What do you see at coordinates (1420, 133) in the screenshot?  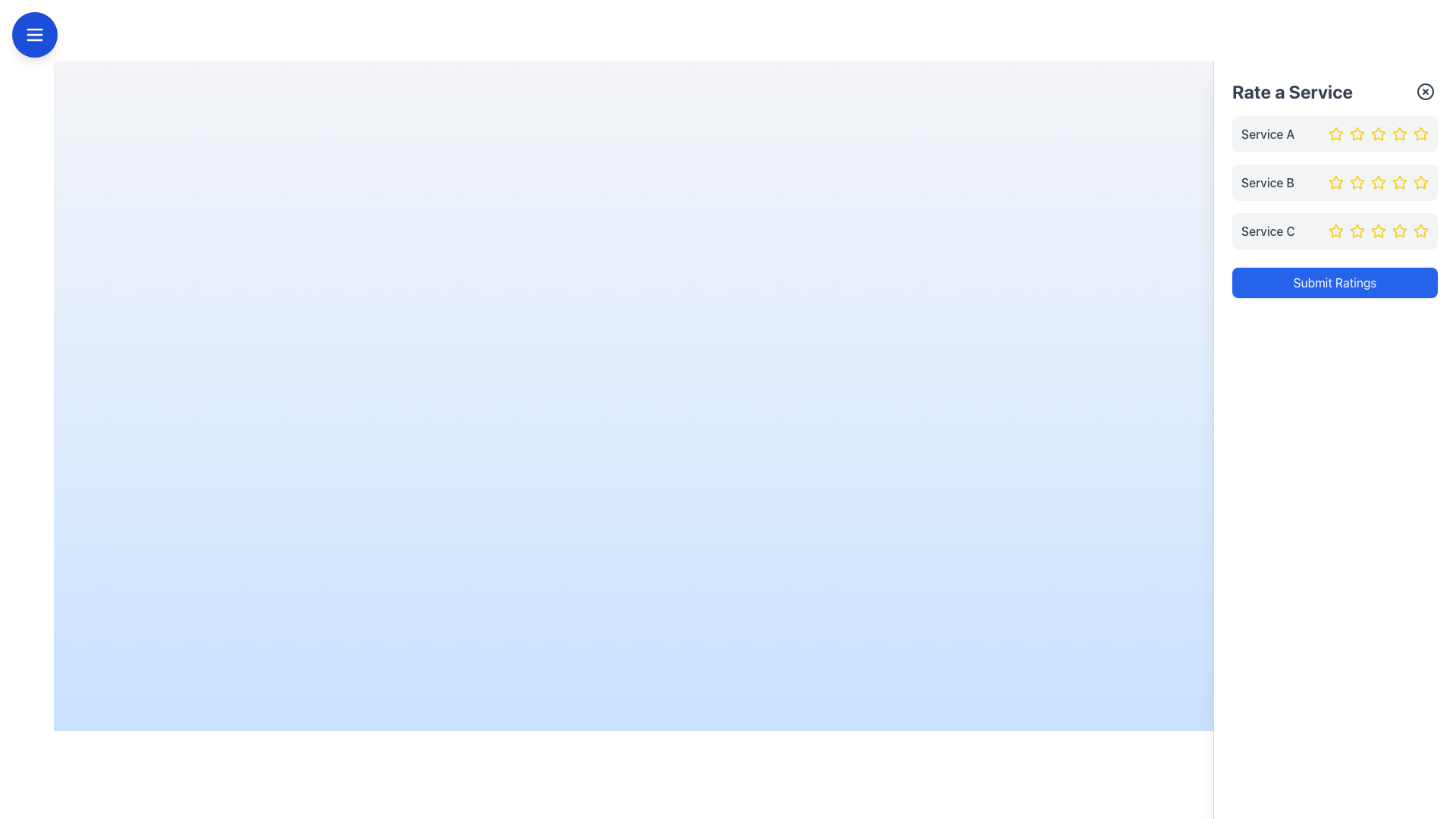 I see `the fifth star icon outlined with a yellow stroke and hollow interior in the rating row labeled 'Service A'` at bounding box center [1420, 133].